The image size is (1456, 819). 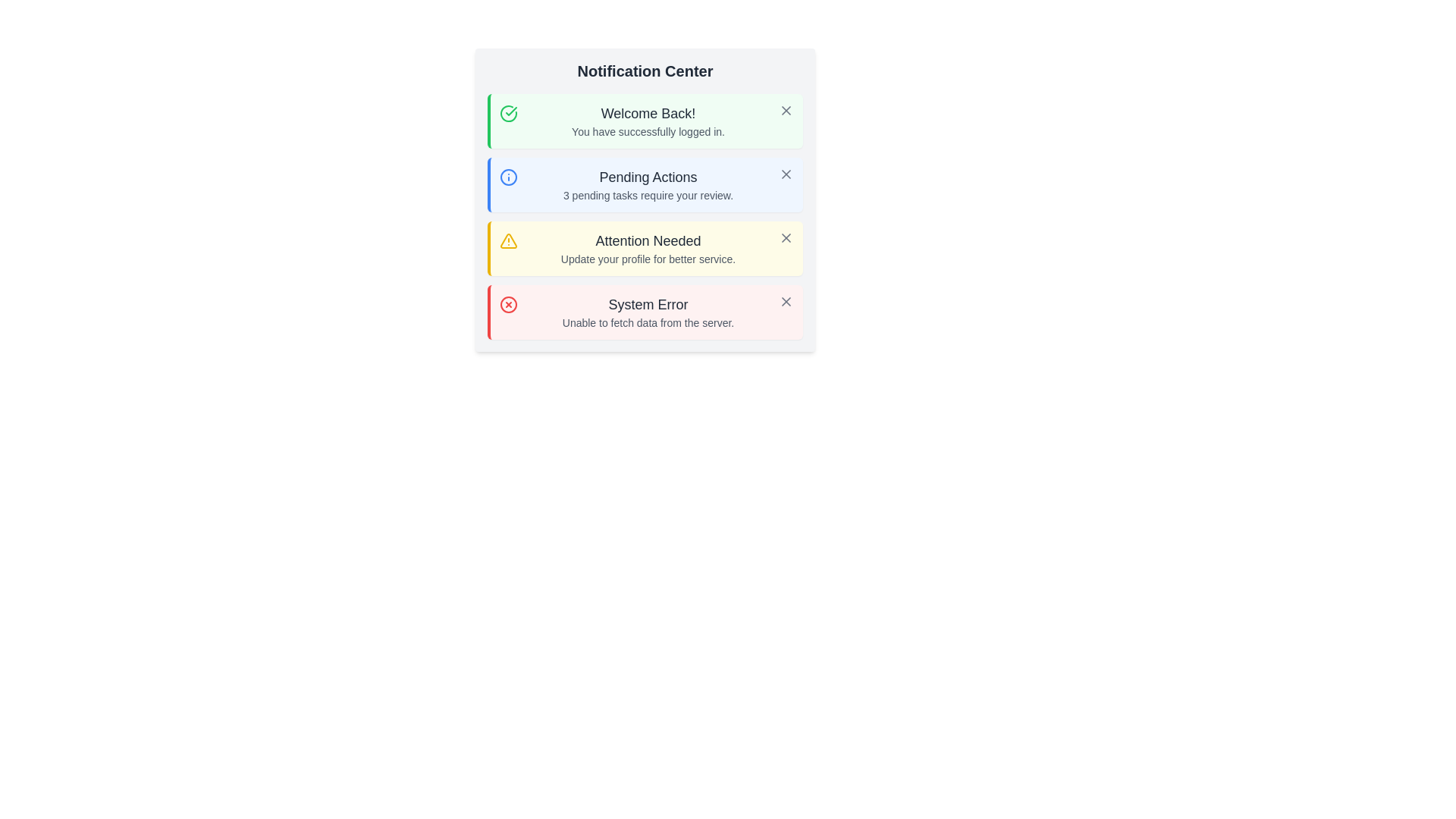 I want to click on the visual appearance of the informational icon located to the left of the 'Pending Actions' text in the notification card header, so click(x=509, y=177).